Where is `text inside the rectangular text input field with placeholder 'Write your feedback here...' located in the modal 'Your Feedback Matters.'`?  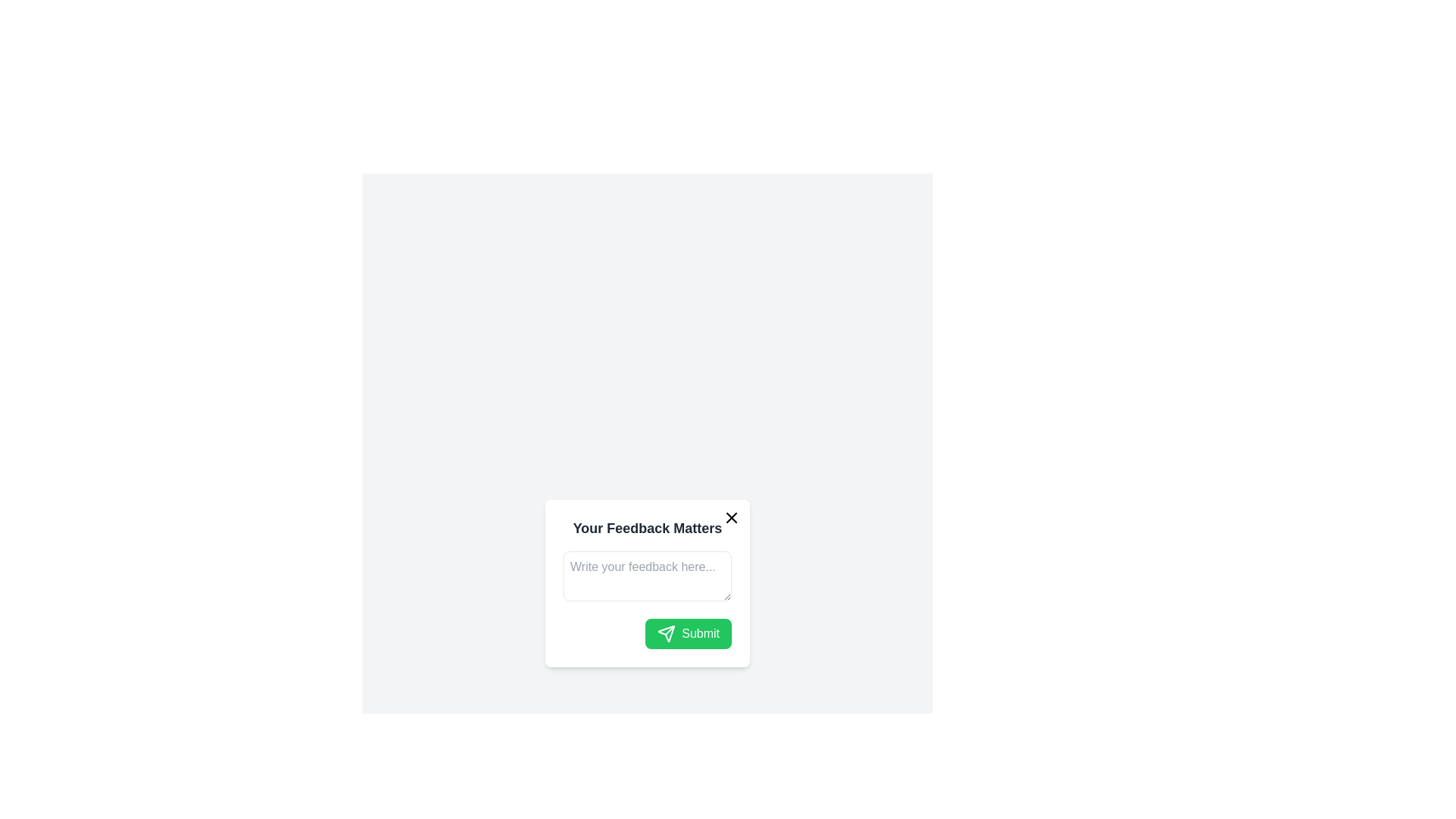 text inside the rectangular text input field with placeholder 'Write your feedback here...' located in the modal 'Your Feedback Matters.' is located at coordinates (648, 576).